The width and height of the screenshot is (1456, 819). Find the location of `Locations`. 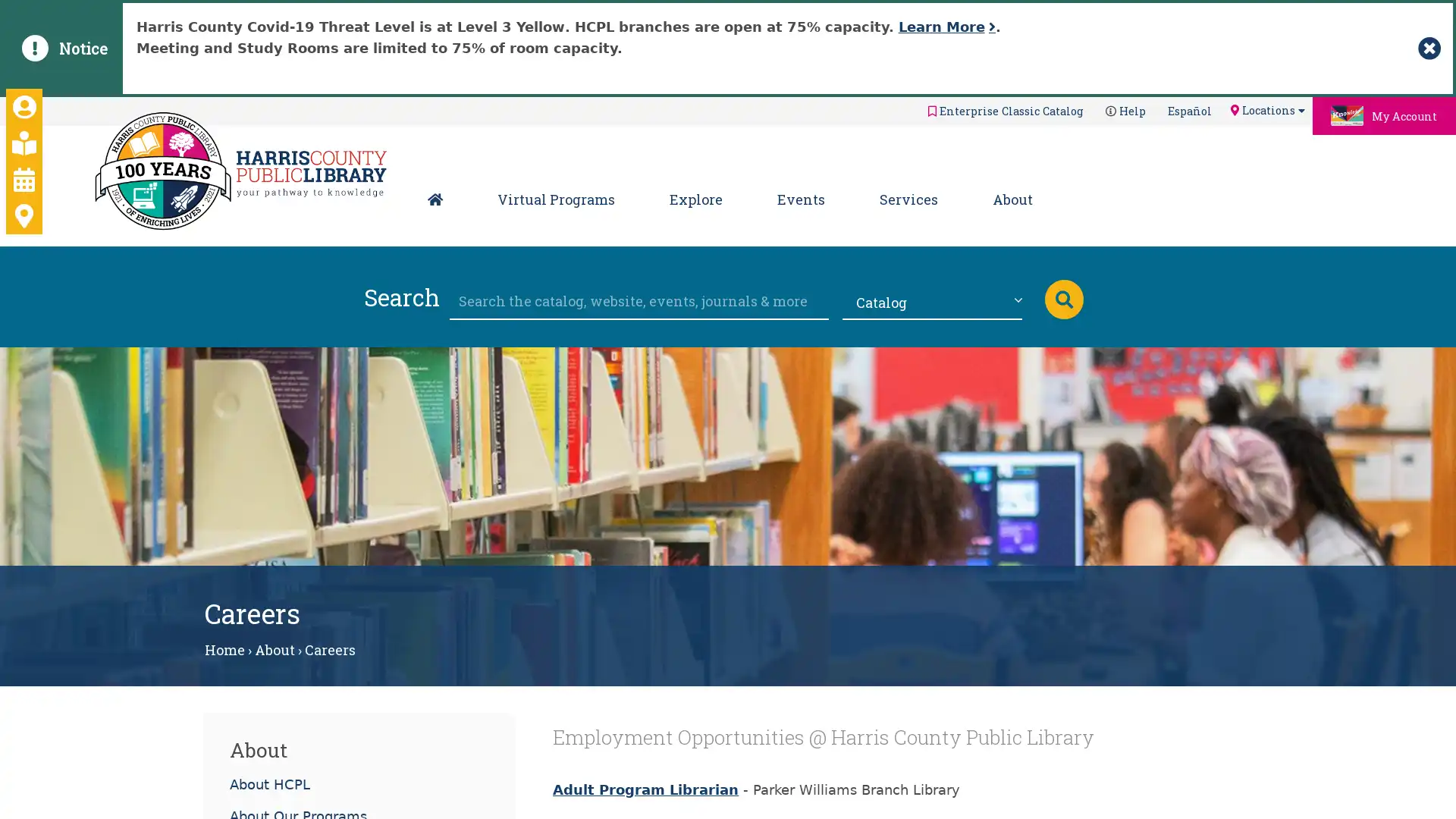

Locations is located at coordinates (1266, 109).